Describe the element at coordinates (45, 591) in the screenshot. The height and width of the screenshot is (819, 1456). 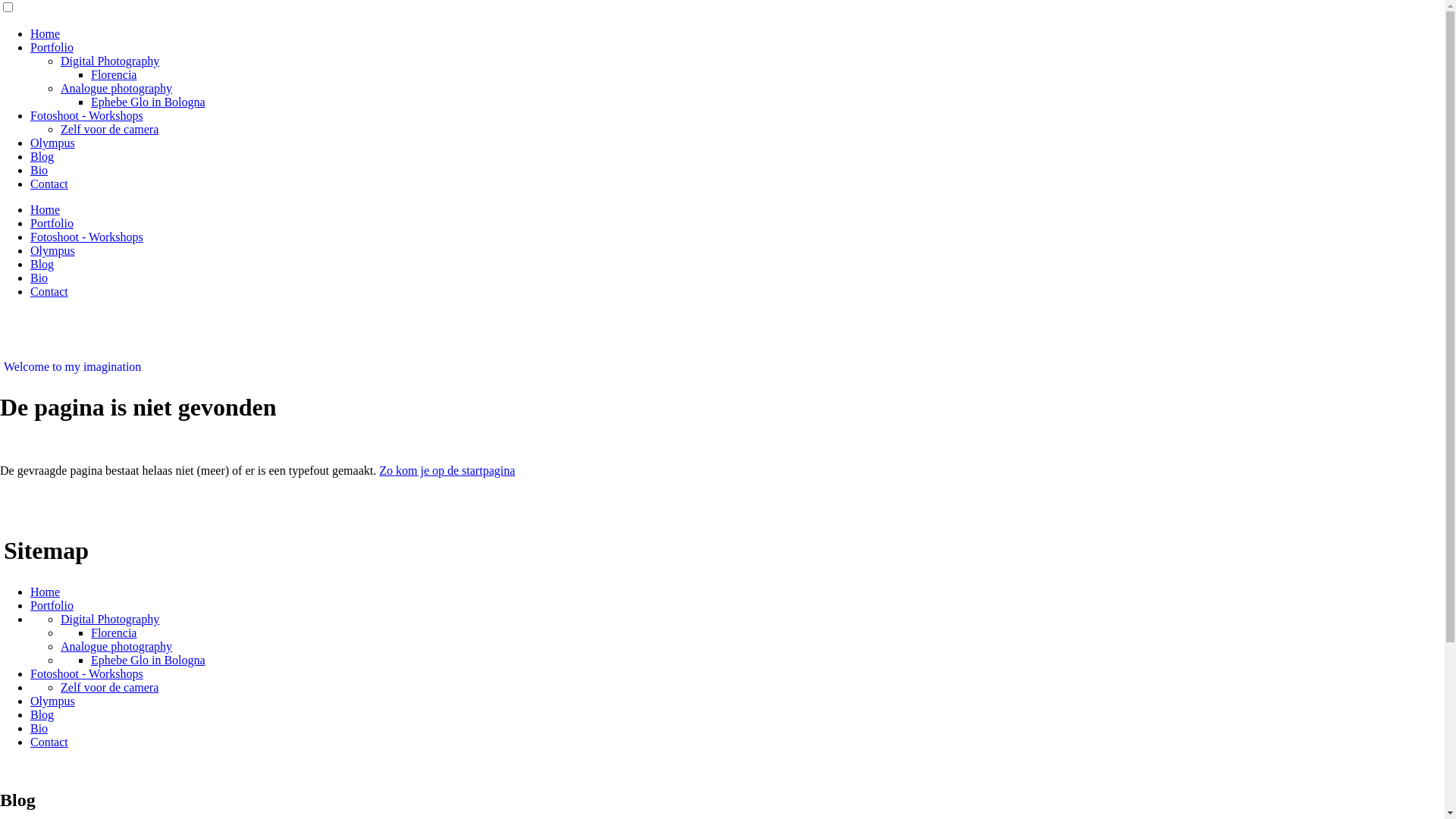
I see `'Home'` at that location.